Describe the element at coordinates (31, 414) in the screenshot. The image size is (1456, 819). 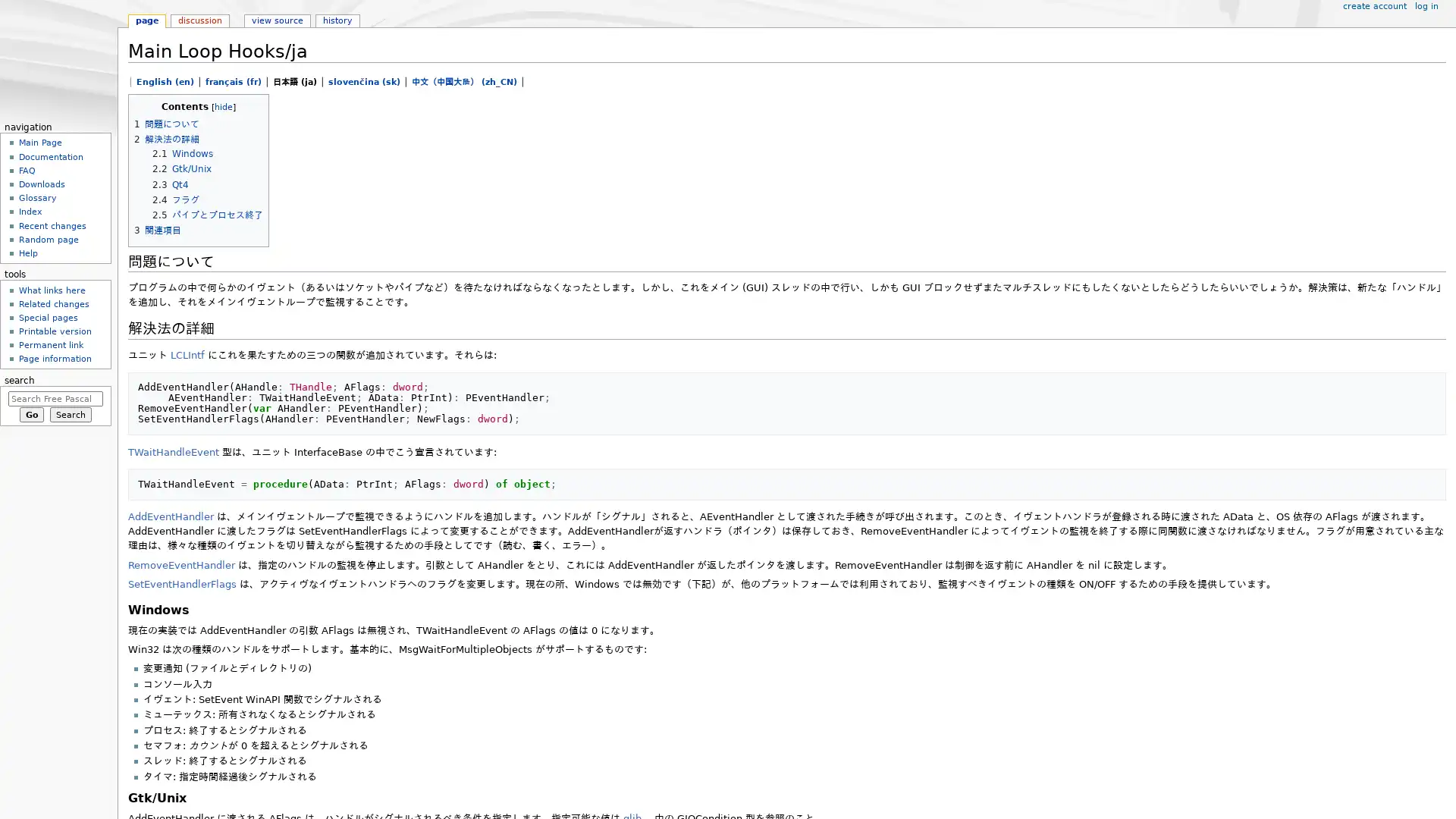
I see `Go` at that location.